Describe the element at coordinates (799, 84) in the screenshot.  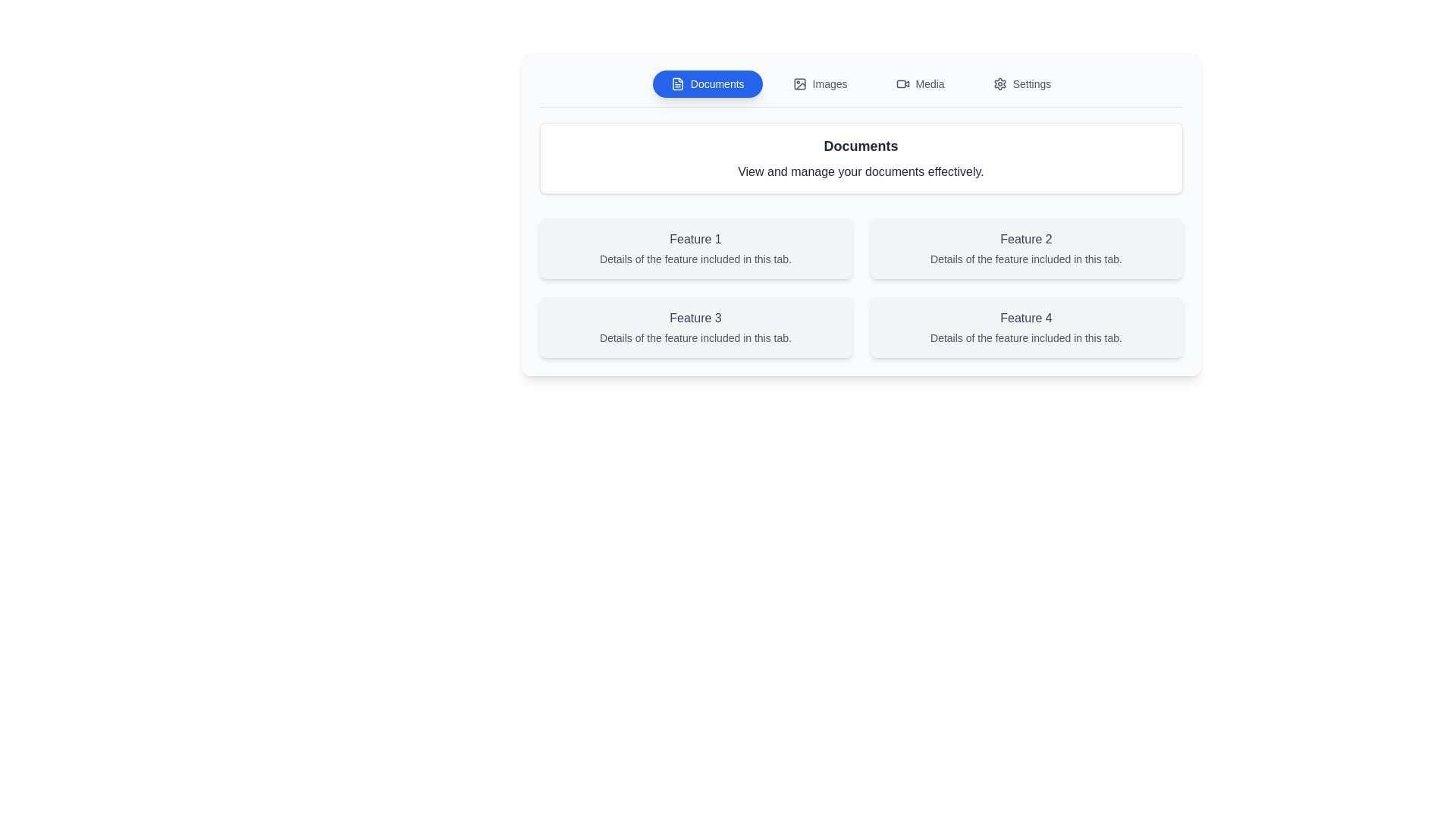
I see `the 'Images' icon in the navigation menu, which is located near the left side of the 'Images' tab, preceding the text label 'Images'` at that location.